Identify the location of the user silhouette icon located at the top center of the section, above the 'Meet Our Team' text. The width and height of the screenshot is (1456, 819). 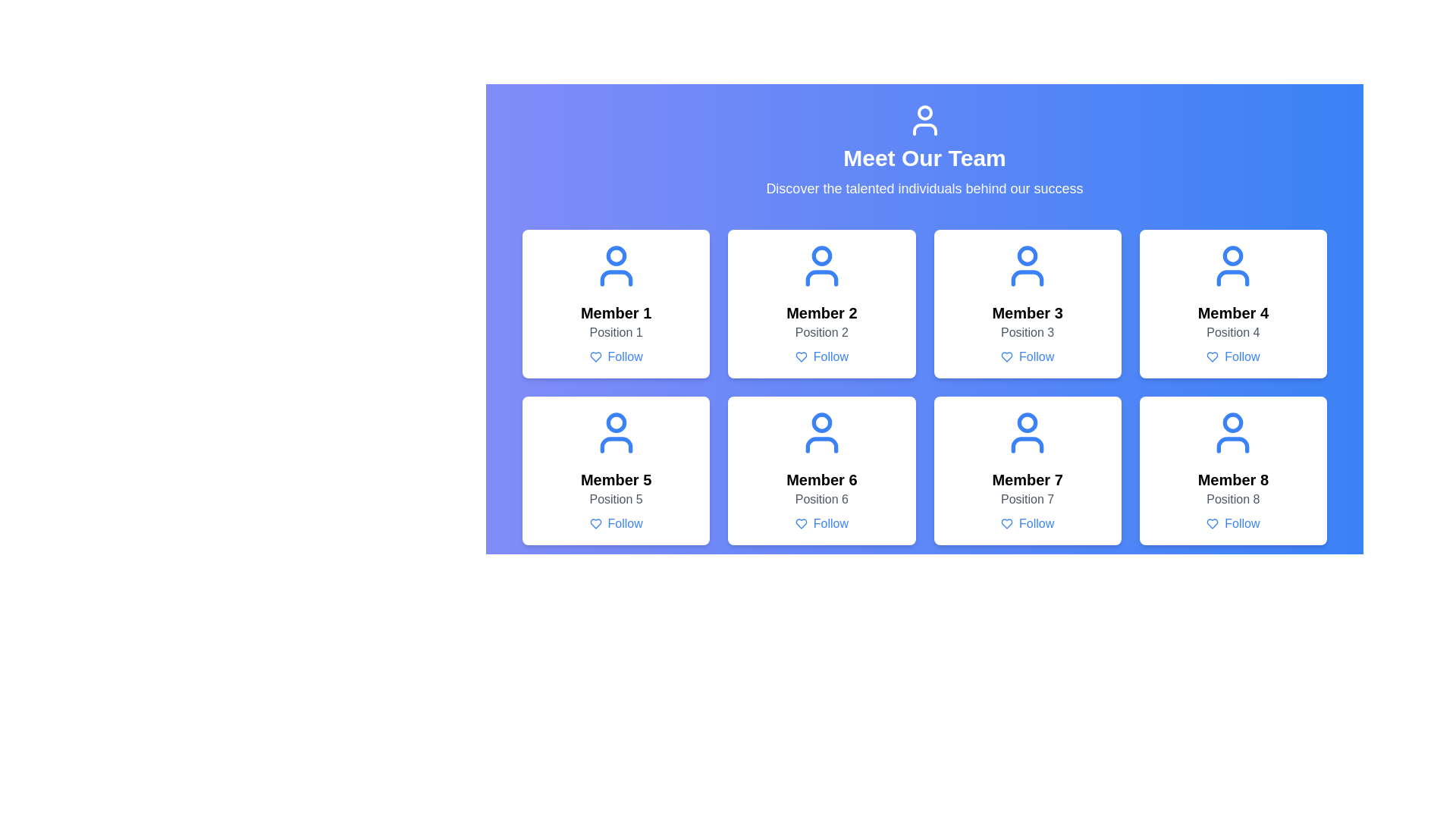
(924, 119).